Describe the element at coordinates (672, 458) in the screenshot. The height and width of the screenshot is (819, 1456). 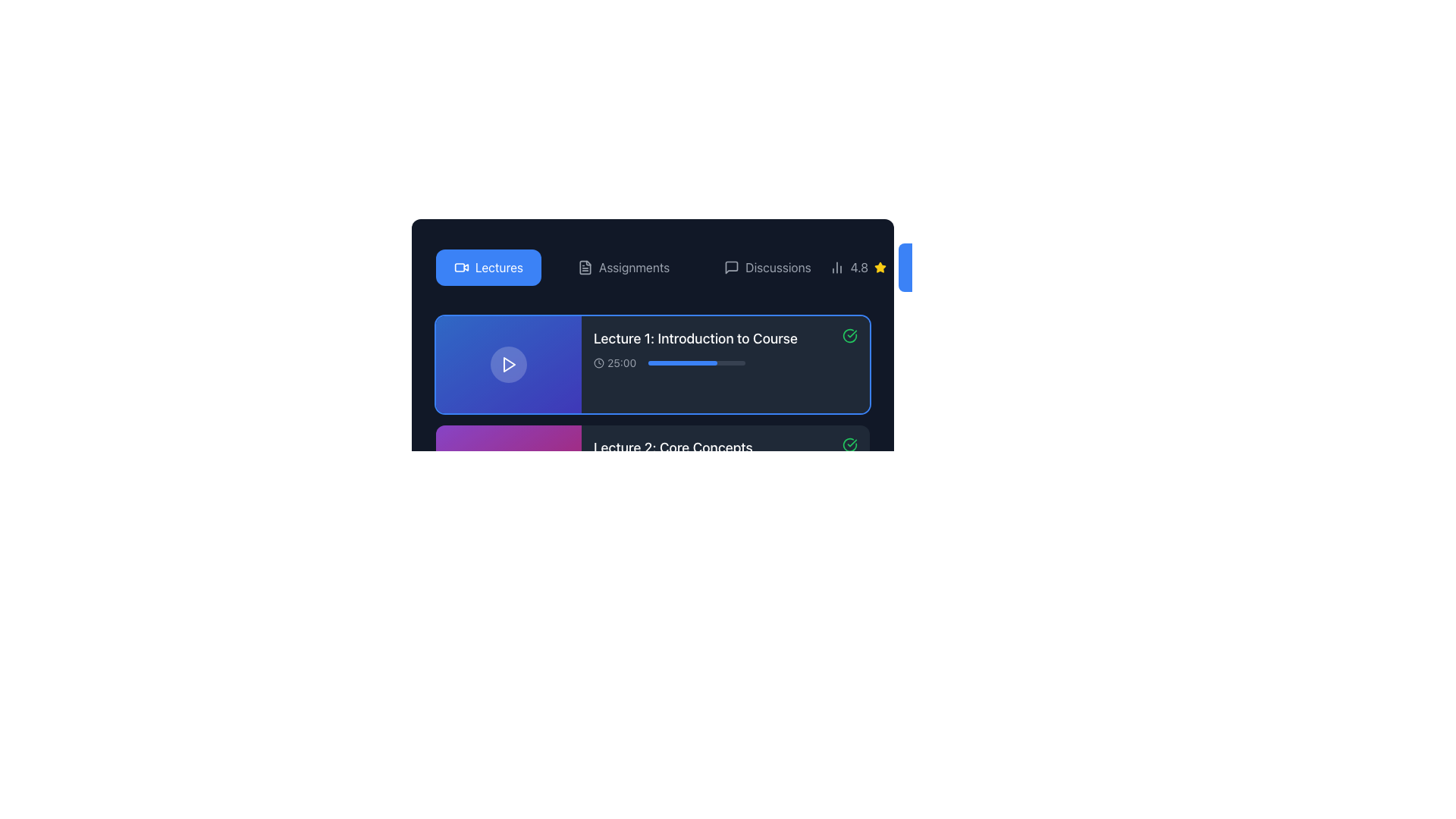
I see `the label displaying 'Lecture 2: Core Concepts'` at that location.